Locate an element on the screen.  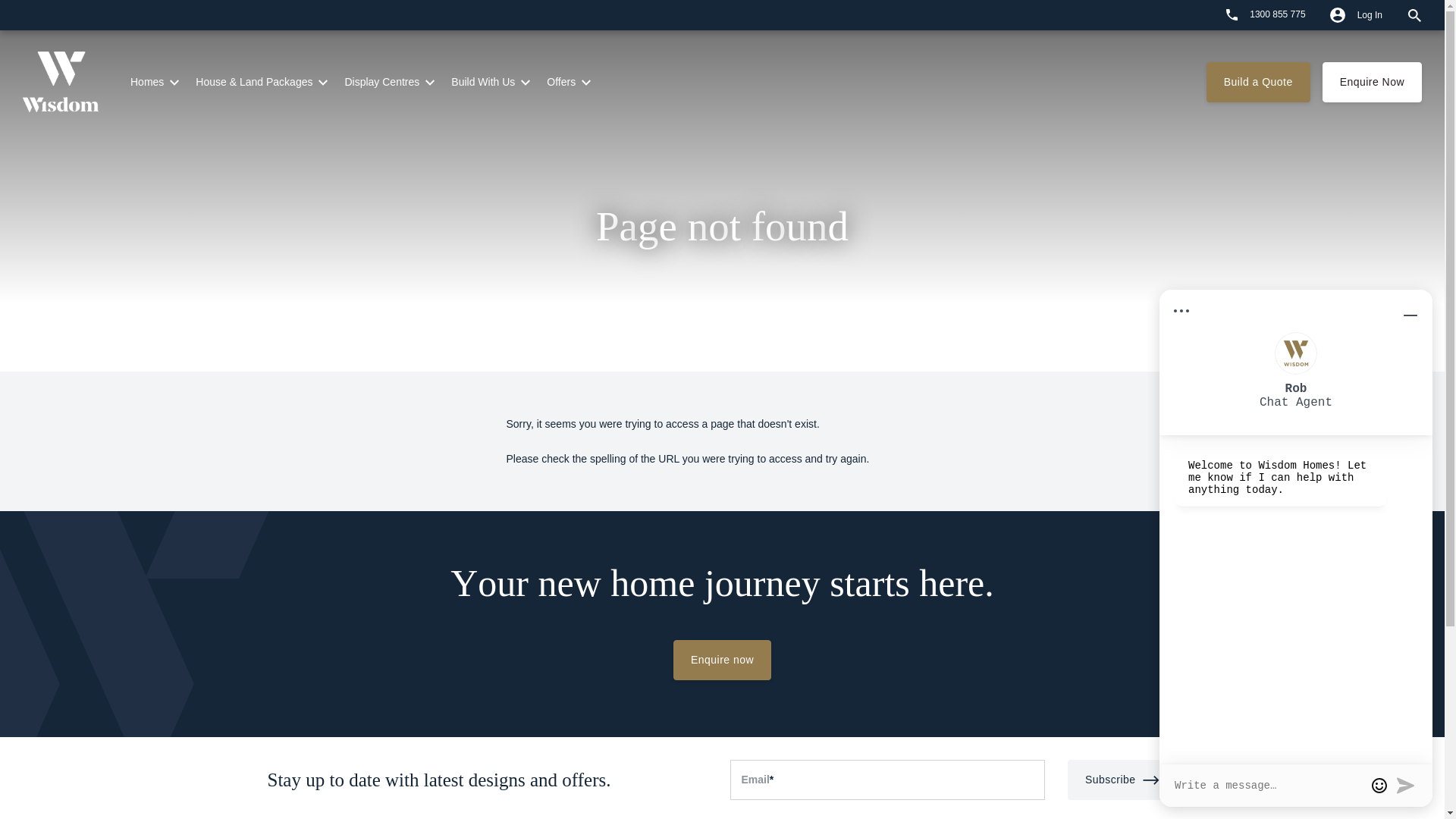
'Log In' is located at coordinates (1316, 14).